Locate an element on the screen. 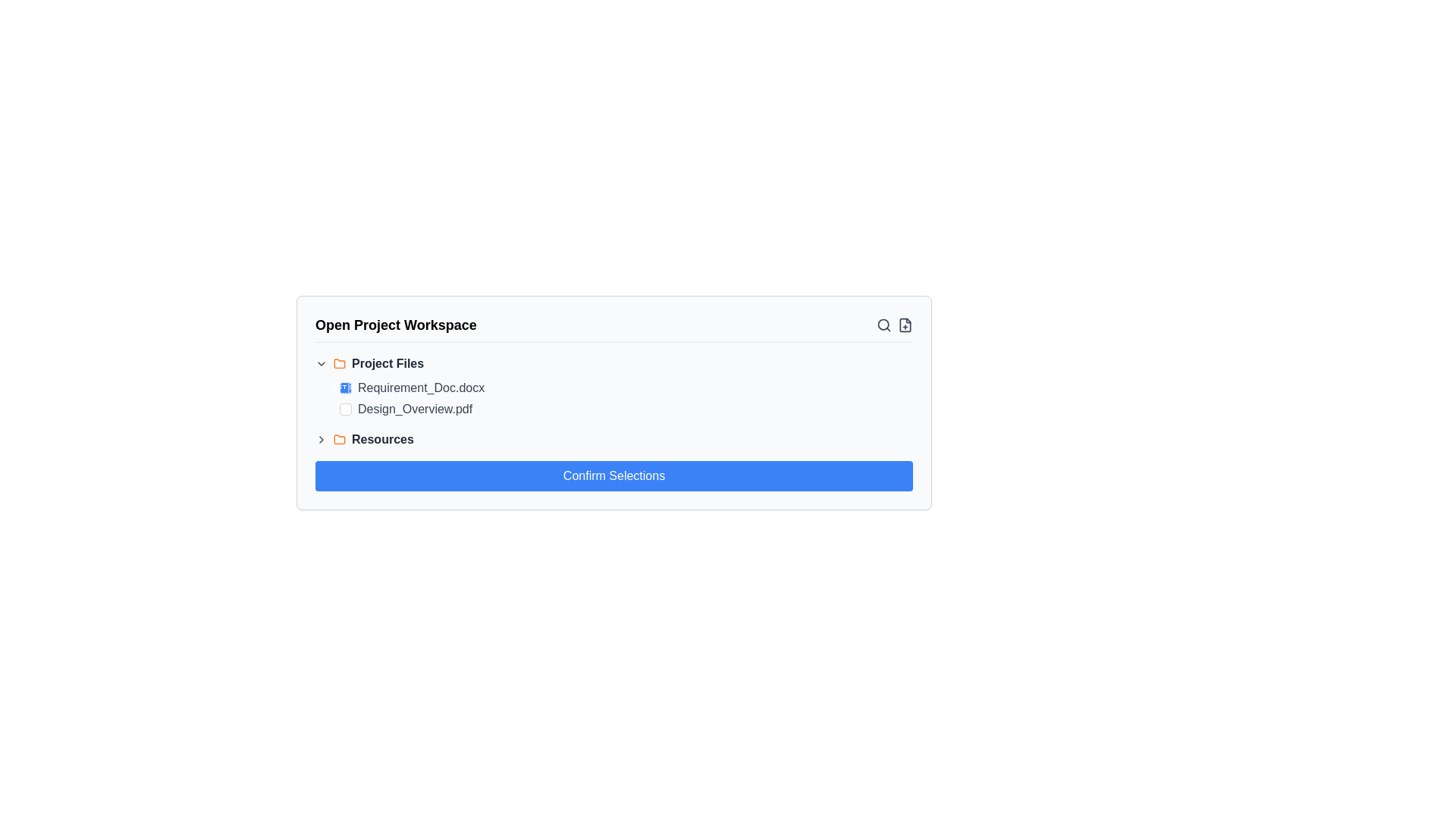 This screenshot has width=1456, height=819. the small chevron icon pointing to the right, located immediately to the left of the label 'Resources' is located at coordinates (320, 439).